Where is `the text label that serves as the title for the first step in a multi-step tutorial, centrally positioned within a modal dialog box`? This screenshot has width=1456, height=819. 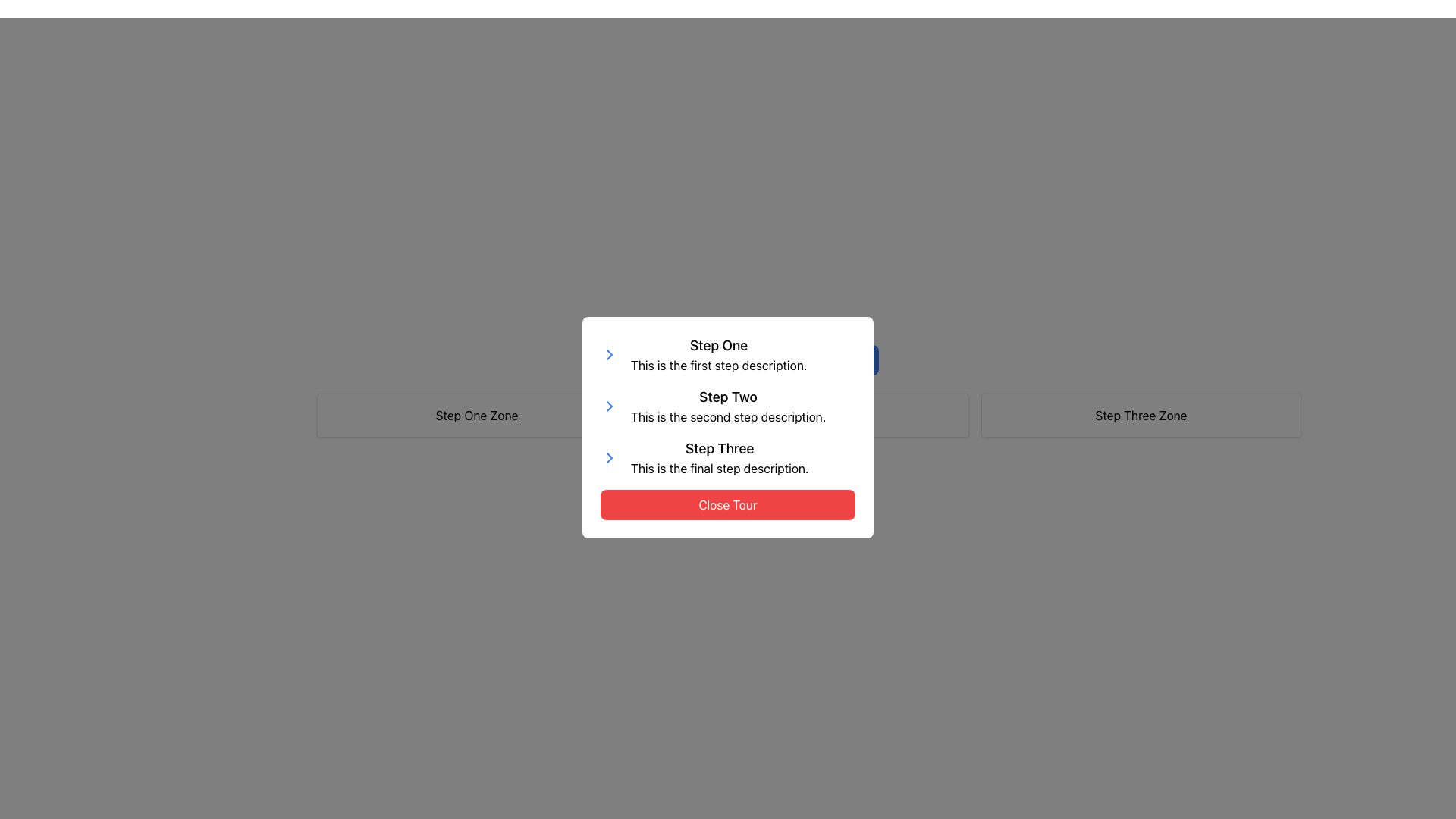 the text label that serves as the title for the first step in a multi-step tutorial, centrally positioned within a modal dialog box is located at coordinates (718, 345).